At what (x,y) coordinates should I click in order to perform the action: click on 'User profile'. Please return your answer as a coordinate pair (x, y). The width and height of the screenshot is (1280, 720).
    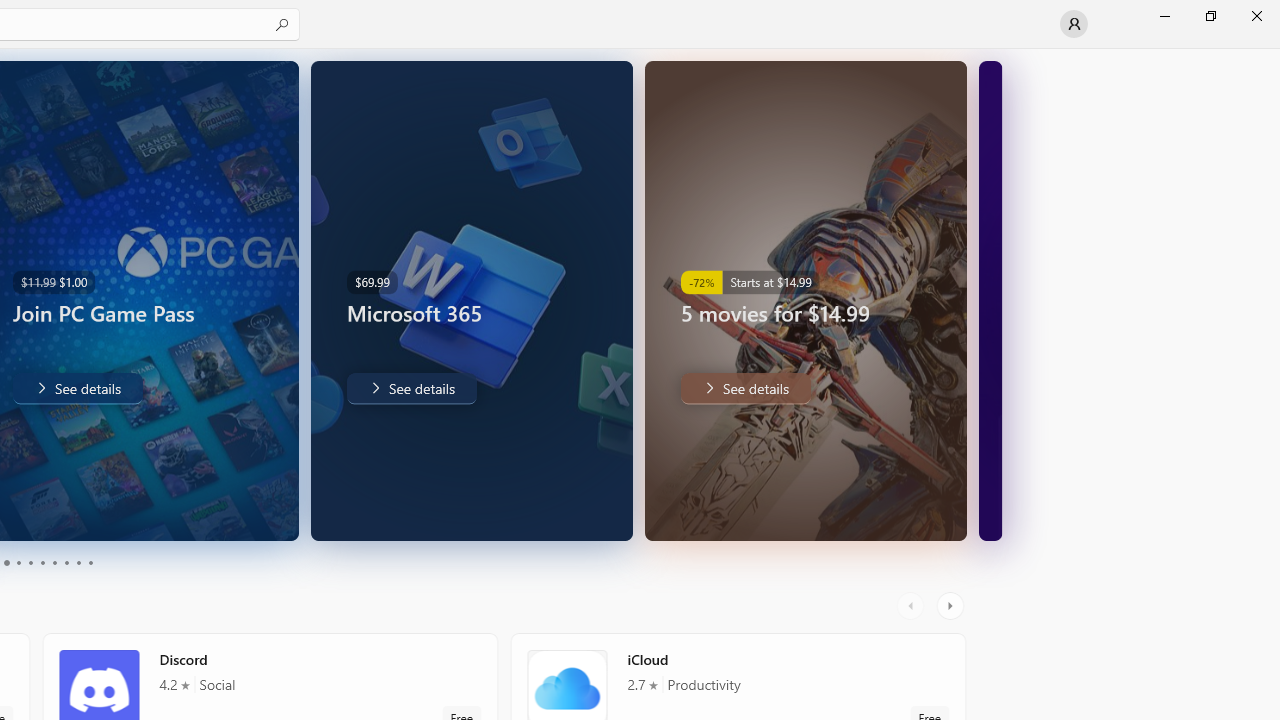
    Looking at the image, I should click on (1072, 24).